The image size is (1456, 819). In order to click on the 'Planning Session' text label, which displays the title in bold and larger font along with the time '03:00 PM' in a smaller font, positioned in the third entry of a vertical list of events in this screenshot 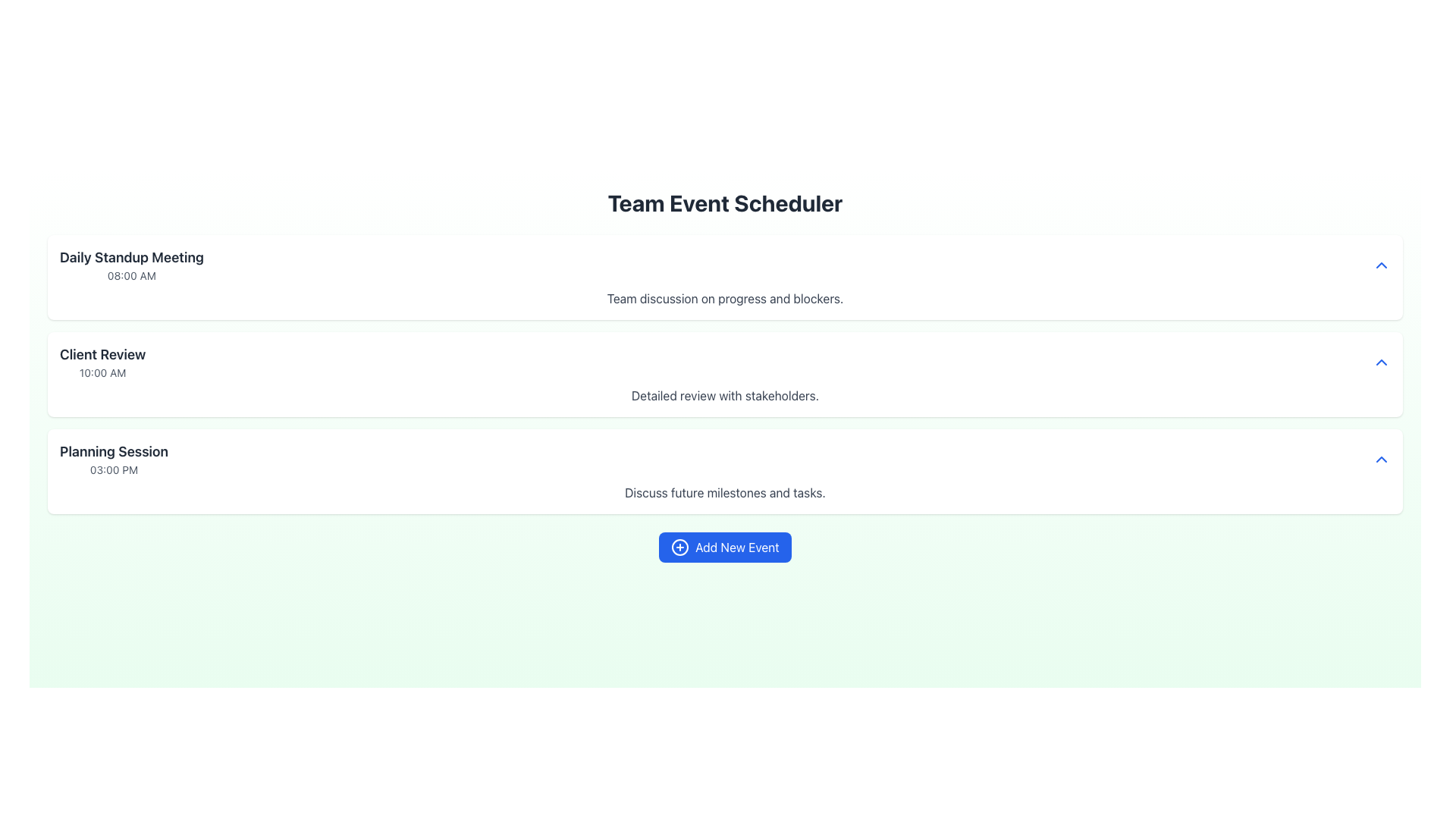, I will do `click(113, 458)`.